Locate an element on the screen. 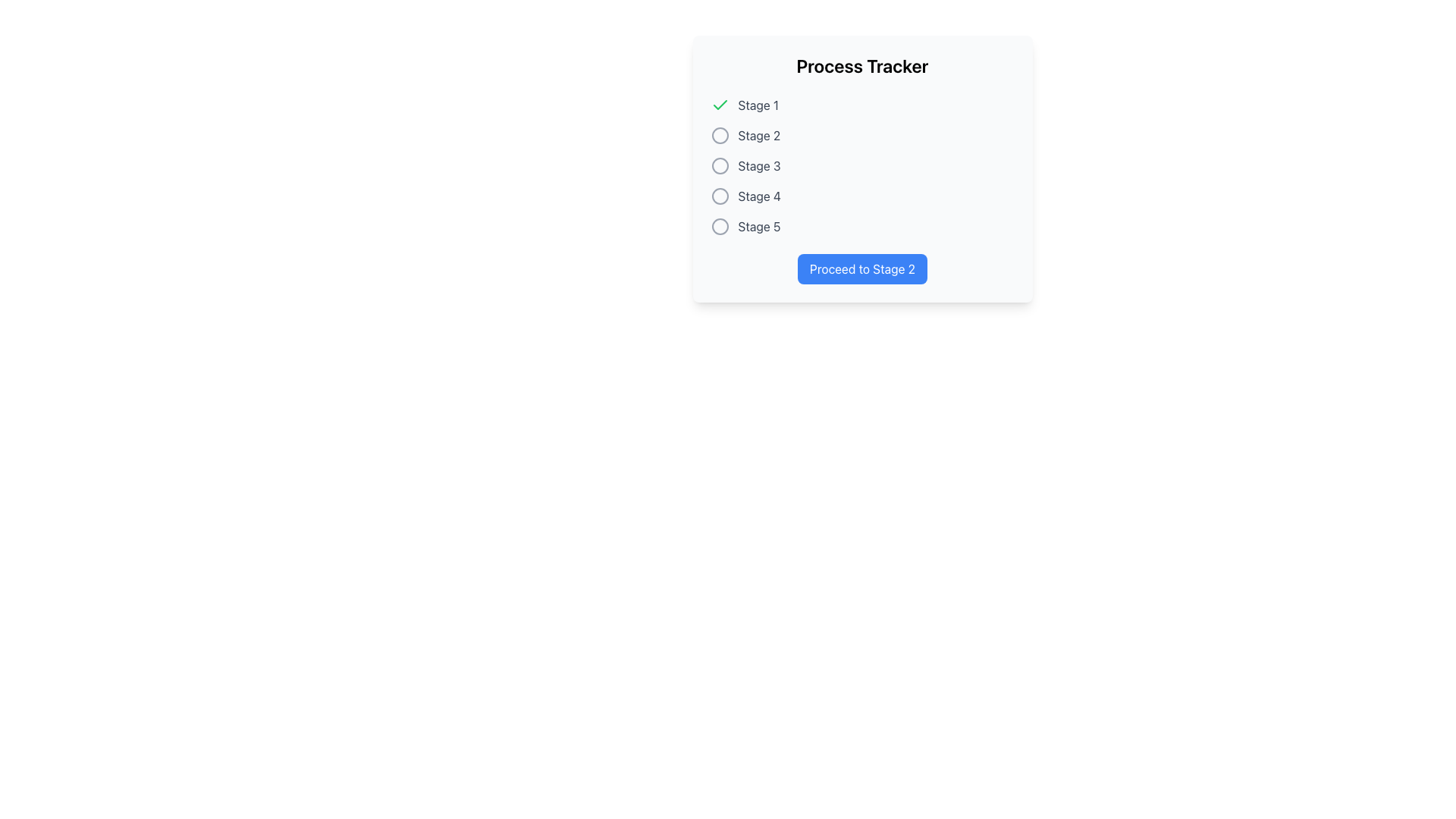  the label displaying 'Stage 1', which indicates the current process stage and is the first item in the sequence of process stages is located at coordinates (758, 104).